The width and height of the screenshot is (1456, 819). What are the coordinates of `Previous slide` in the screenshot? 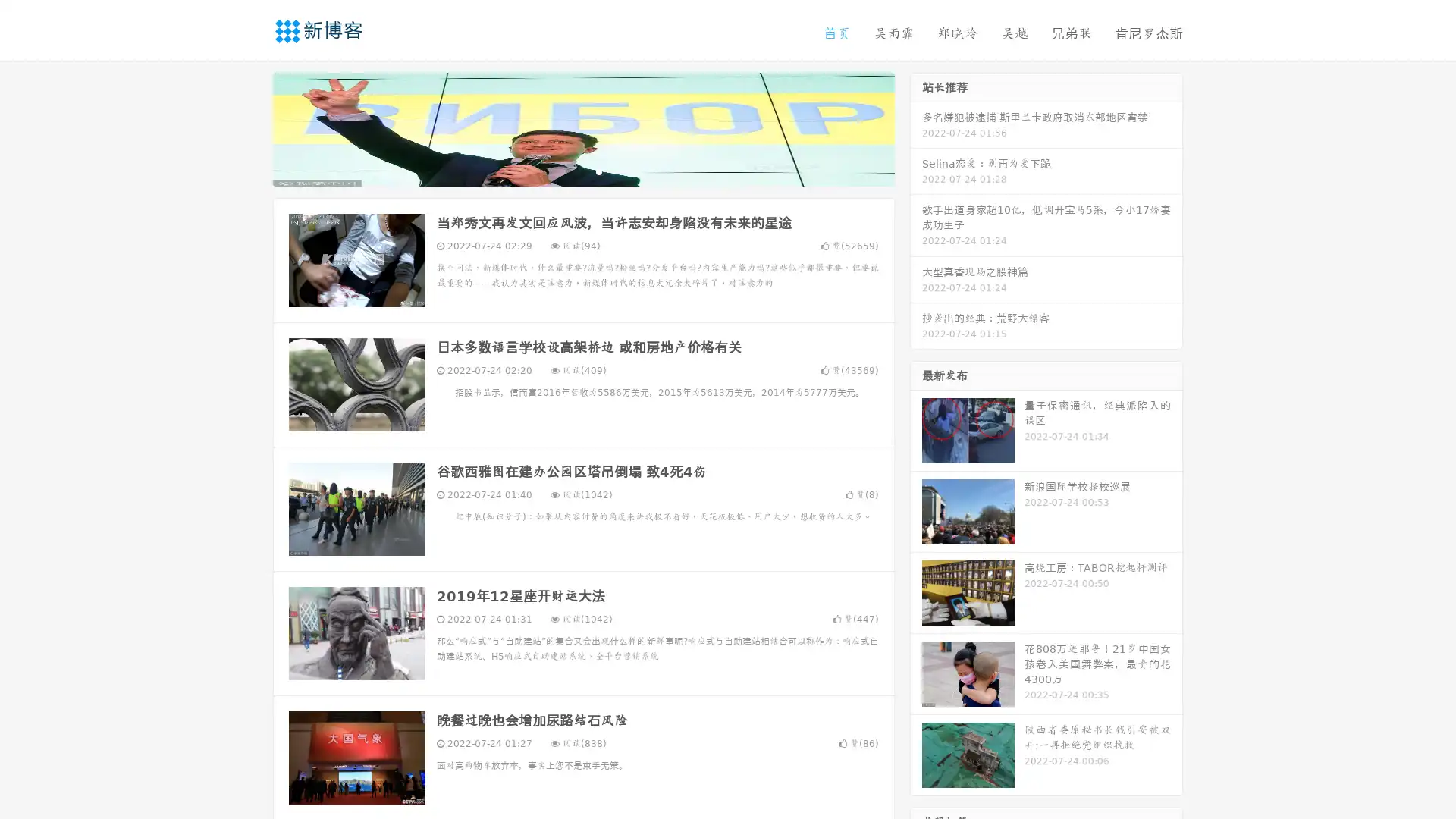 It's located at (250, 127).